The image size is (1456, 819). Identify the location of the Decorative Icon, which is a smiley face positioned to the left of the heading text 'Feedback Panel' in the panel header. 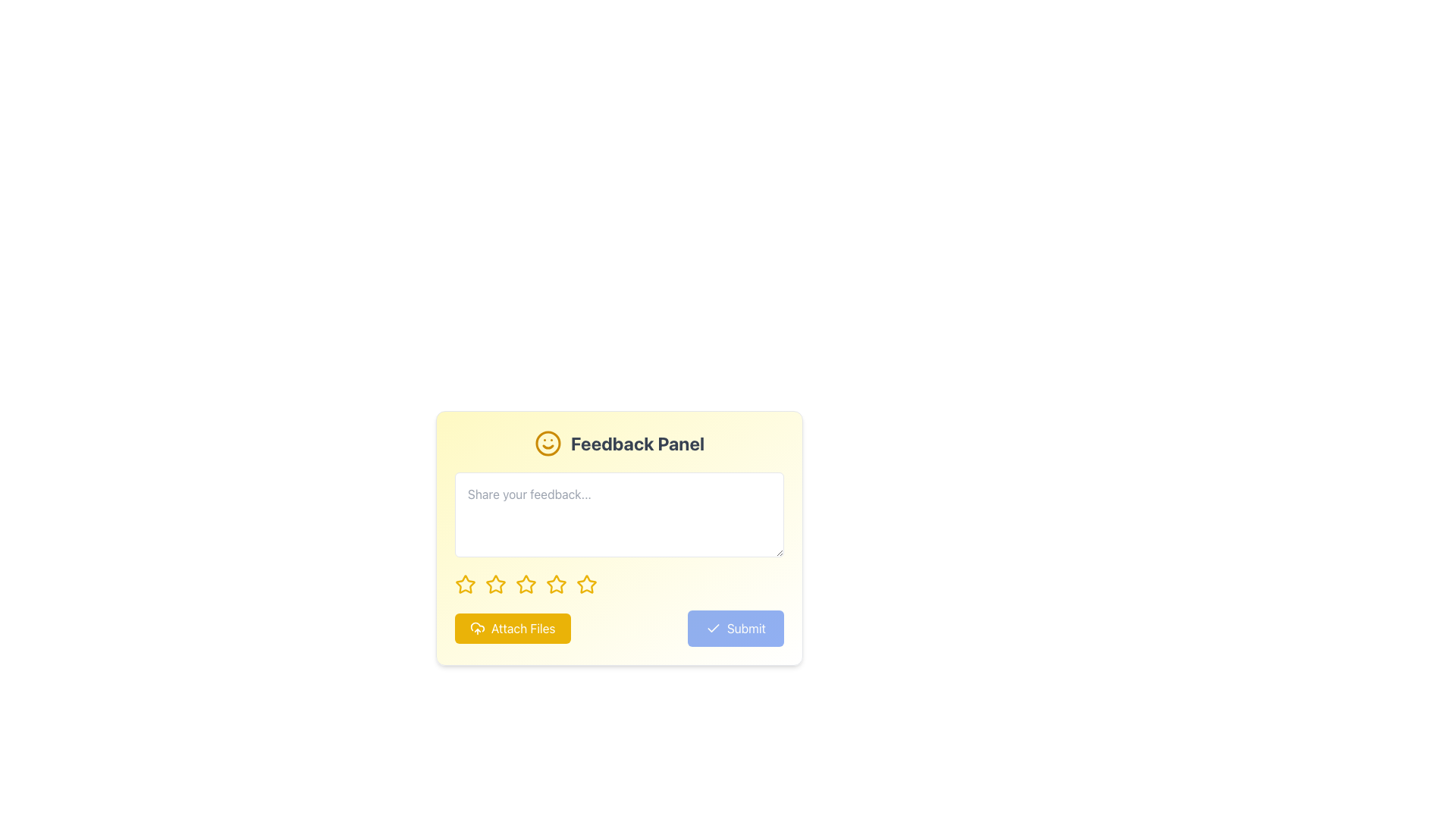
(547, 444).